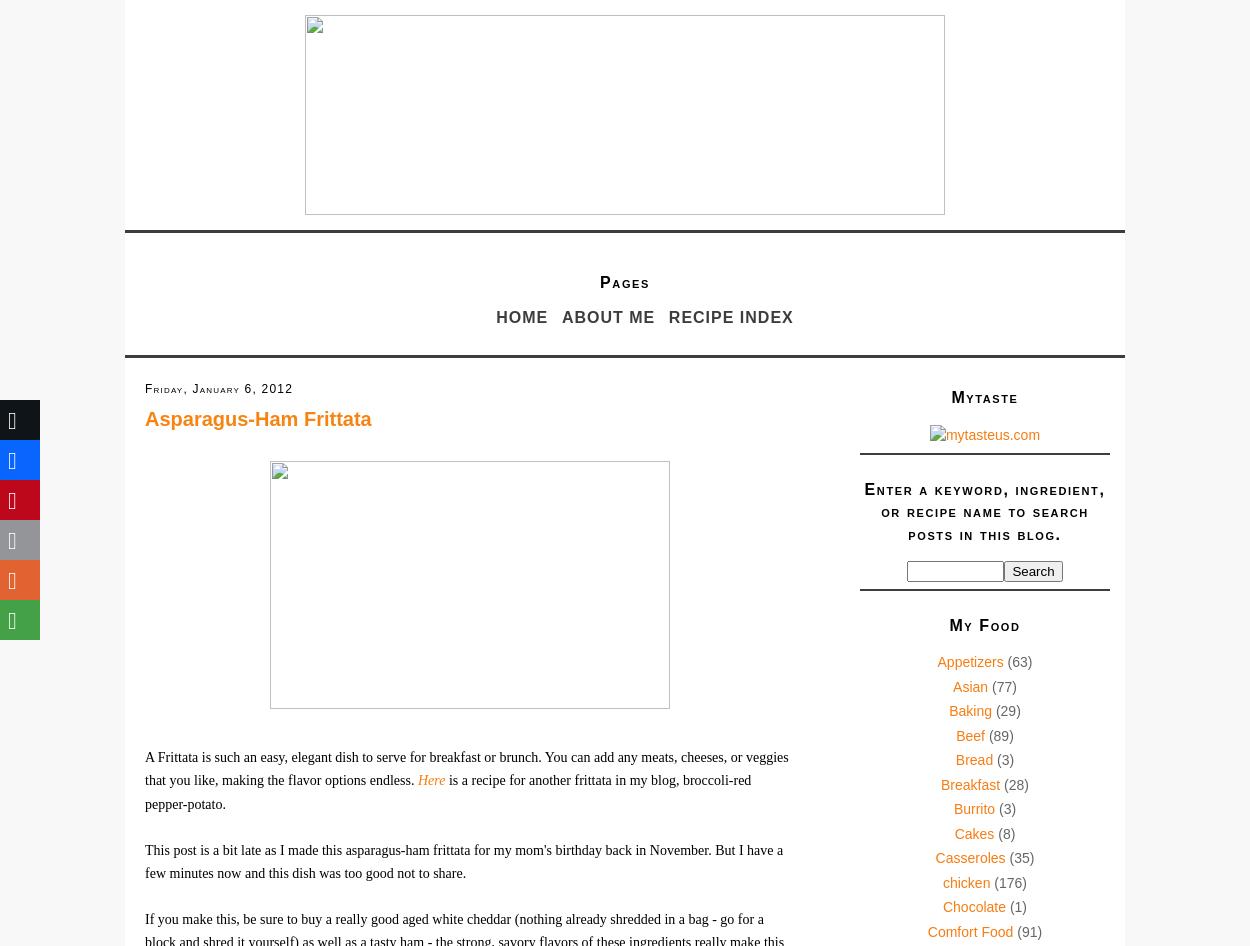 The height and width of the screenshot is (946, 1250). I want to click on 'Recipe Index', so click(729, 317).